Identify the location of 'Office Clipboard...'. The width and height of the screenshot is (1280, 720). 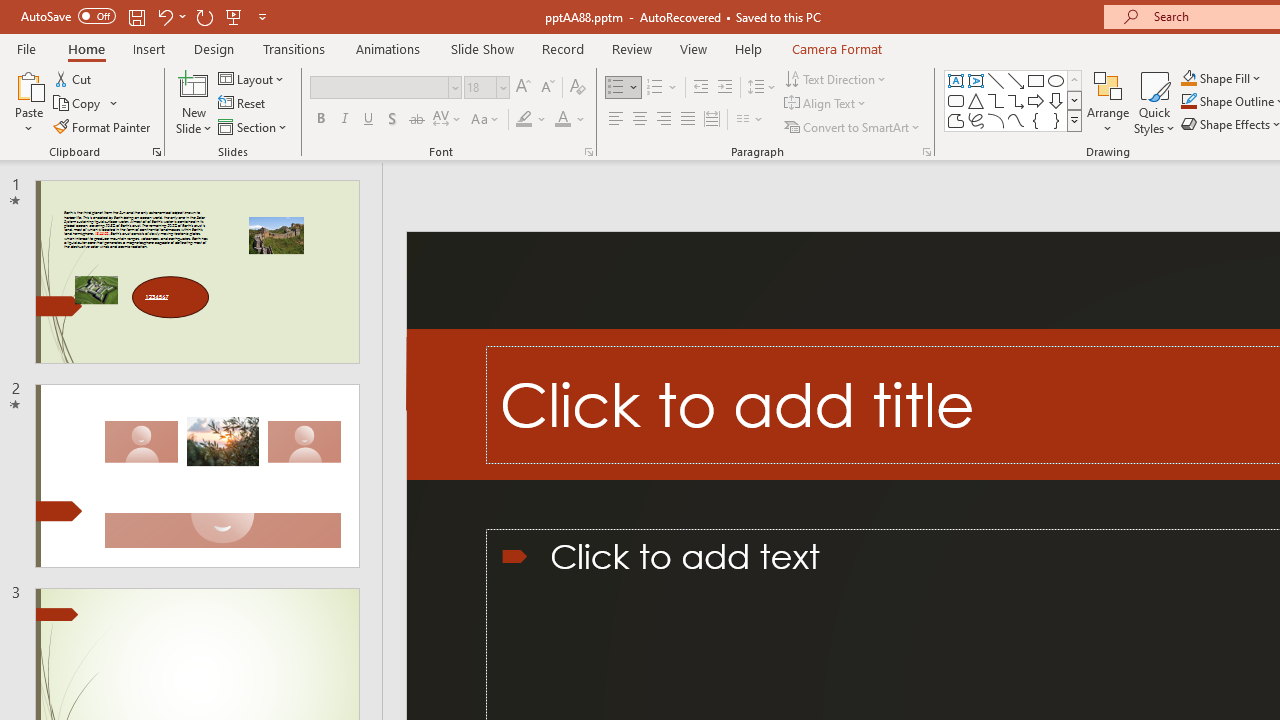
(155, 150).